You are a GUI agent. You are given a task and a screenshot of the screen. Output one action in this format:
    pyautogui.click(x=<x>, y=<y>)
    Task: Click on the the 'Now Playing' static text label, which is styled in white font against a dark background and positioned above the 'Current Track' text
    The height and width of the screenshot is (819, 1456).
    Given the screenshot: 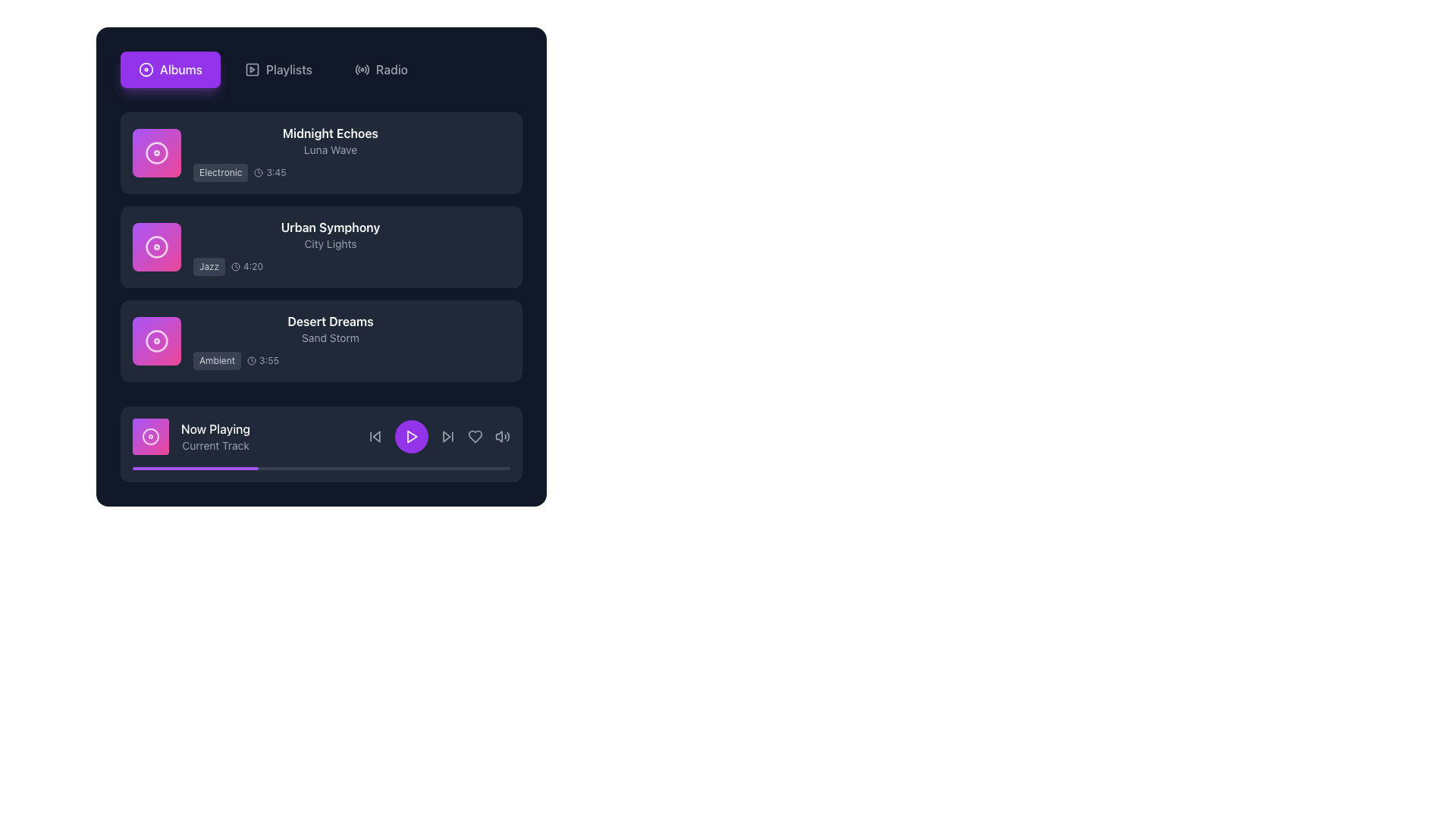 What is the action you would take?
    pyautogui.click(x=215, y=429)
    